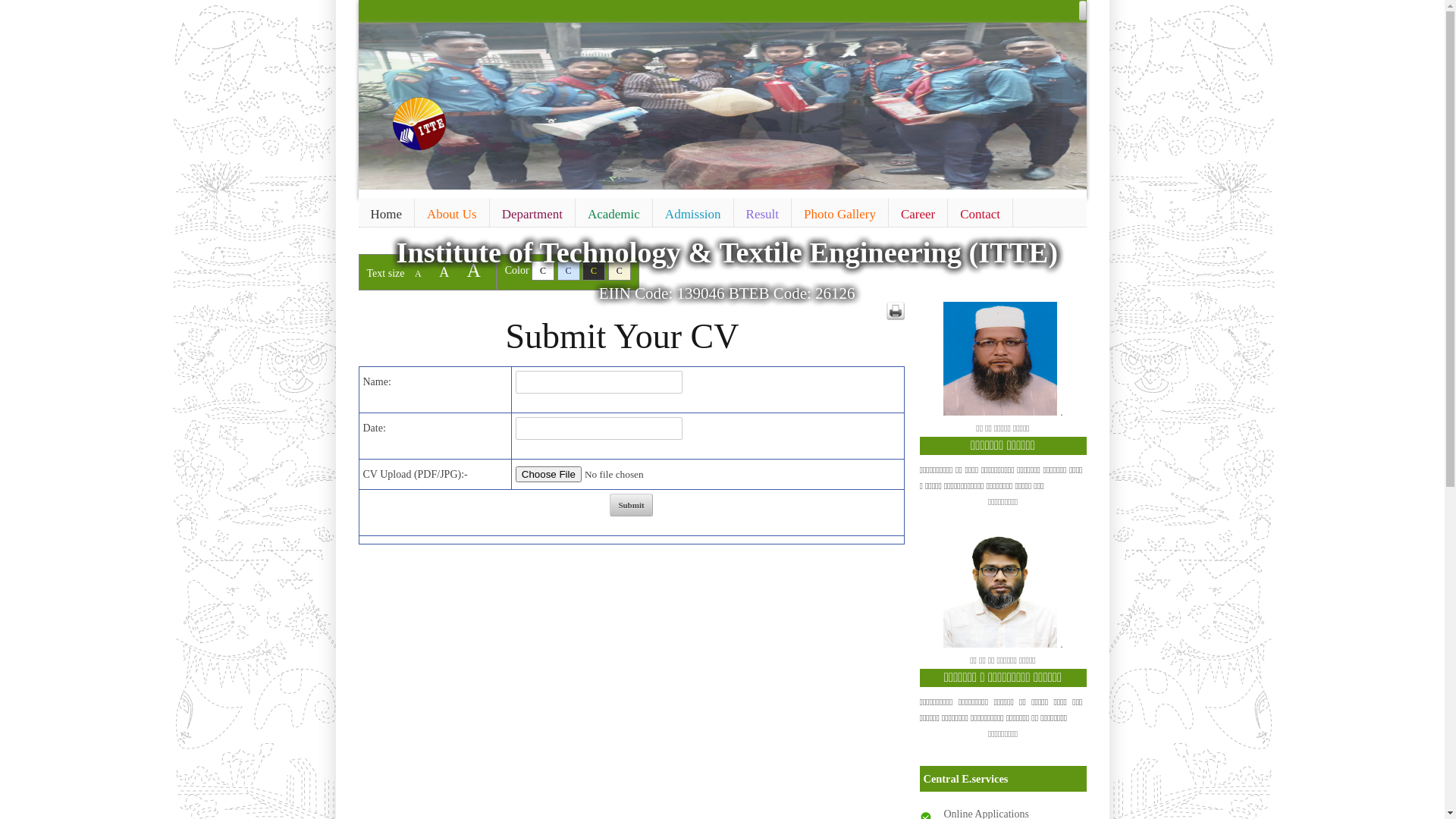 This screenshot has height=819, width=1456. Describe the element at coordinates (385, 214) in the screenshot. I see `'Home'` at that location.